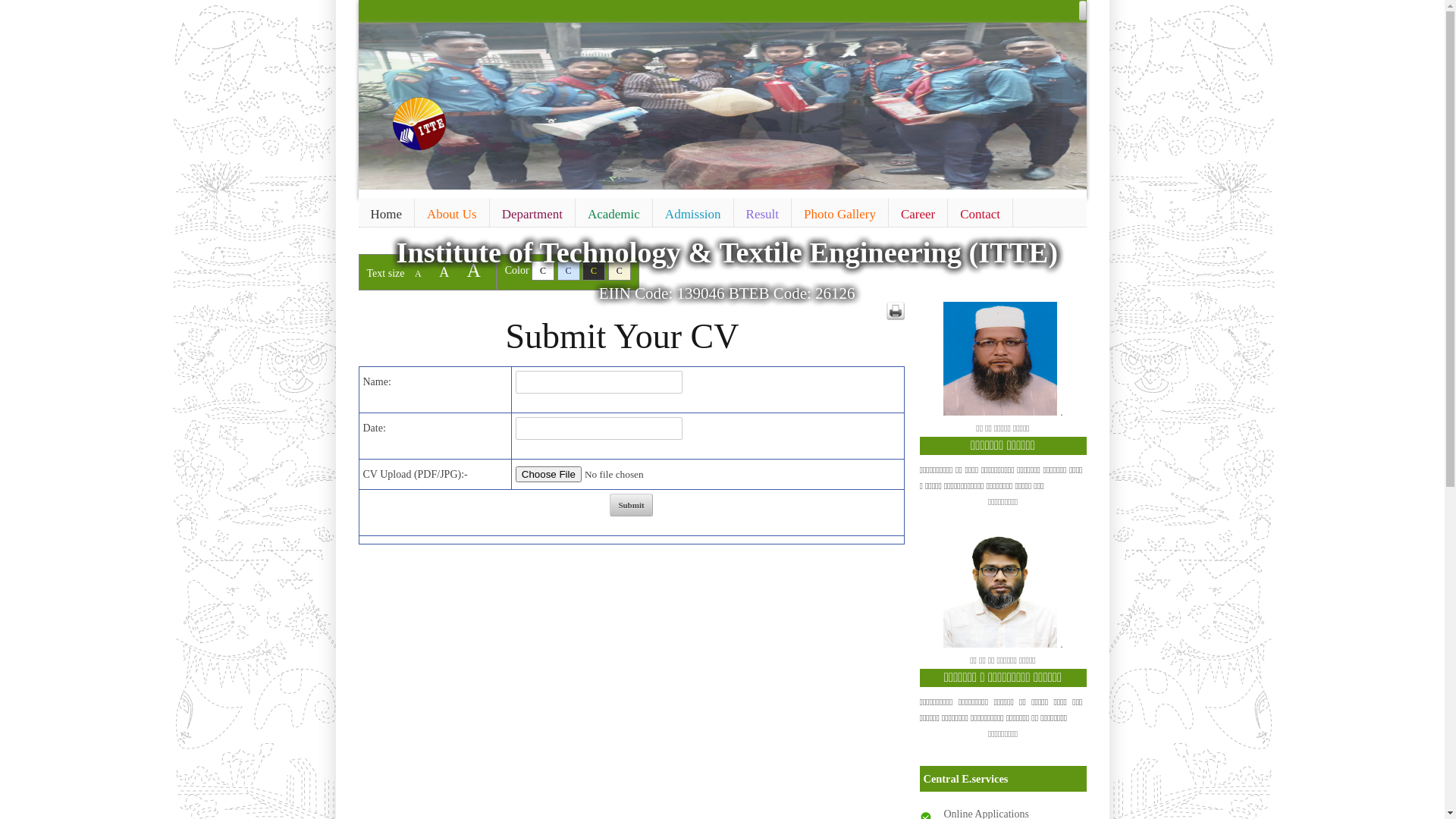 This screenshot has height=819, width=1456. Describe the element at coordinates (385, 214) in the screenshot. I see `'Home'` at that location.